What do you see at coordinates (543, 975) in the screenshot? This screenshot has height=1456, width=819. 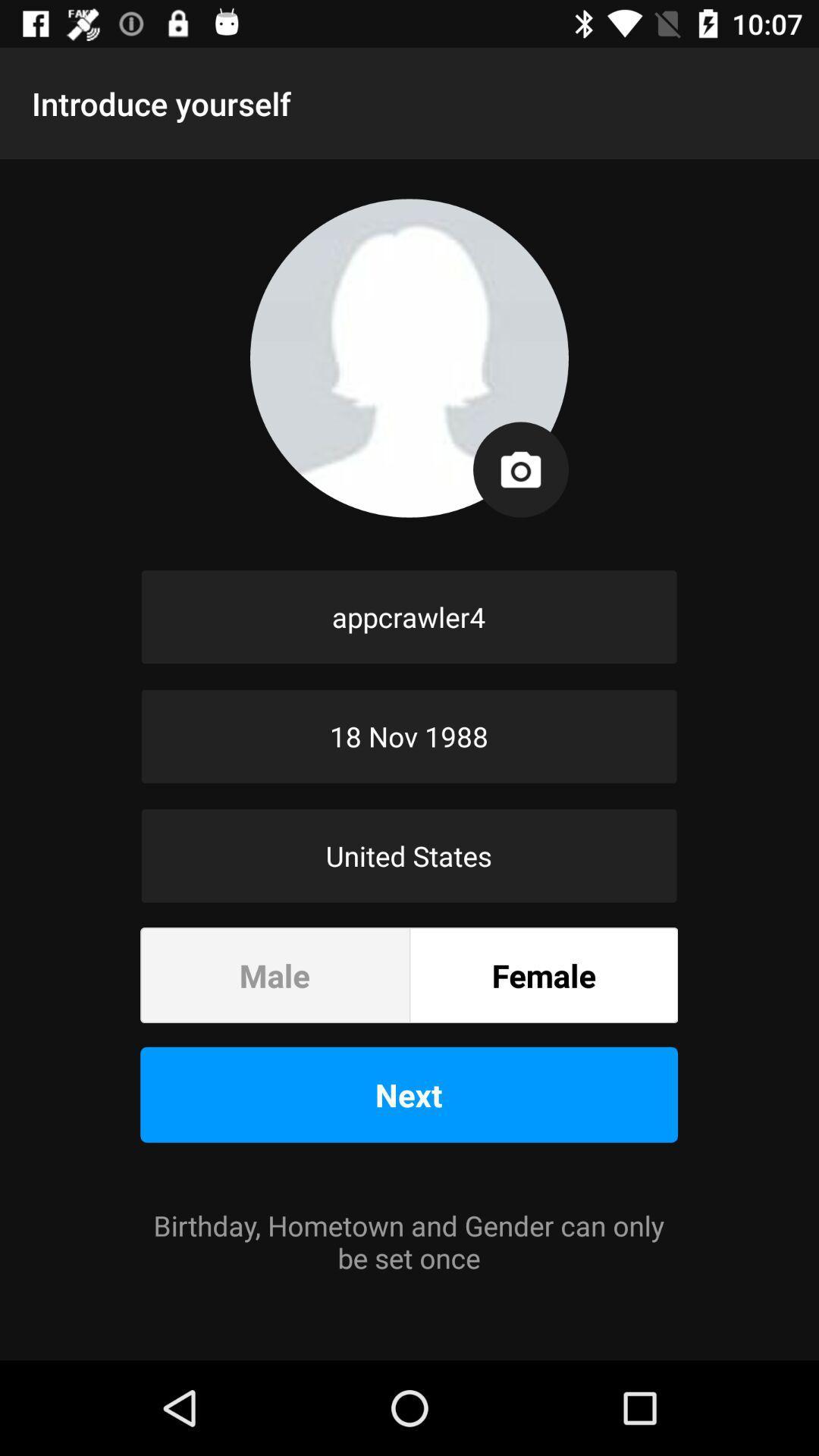 I see `the item below the united states` at bounding box center [543, 975].